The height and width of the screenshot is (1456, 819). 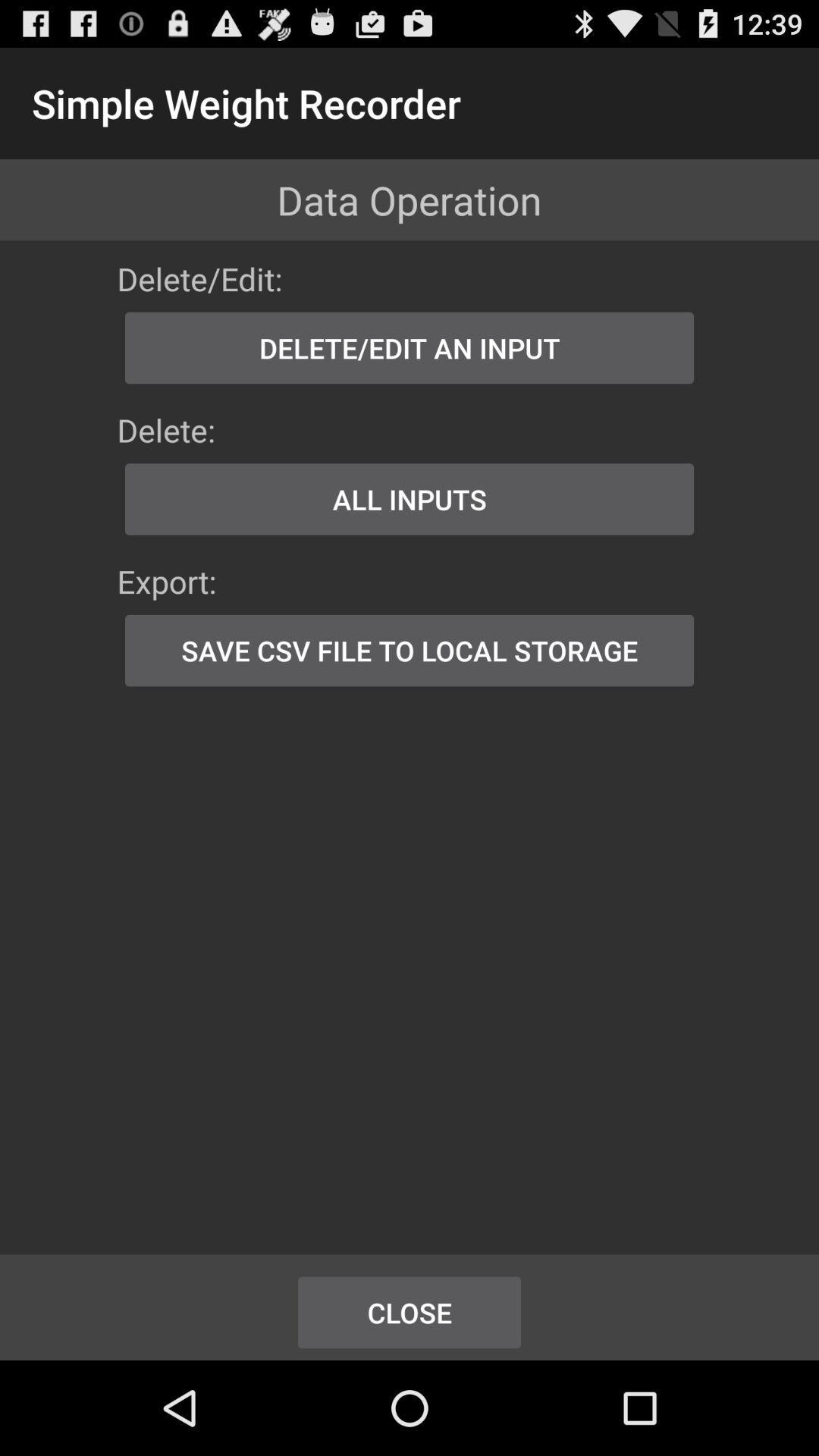 I want to click on the icon below the save csv file, so click(x=409, y=1312).